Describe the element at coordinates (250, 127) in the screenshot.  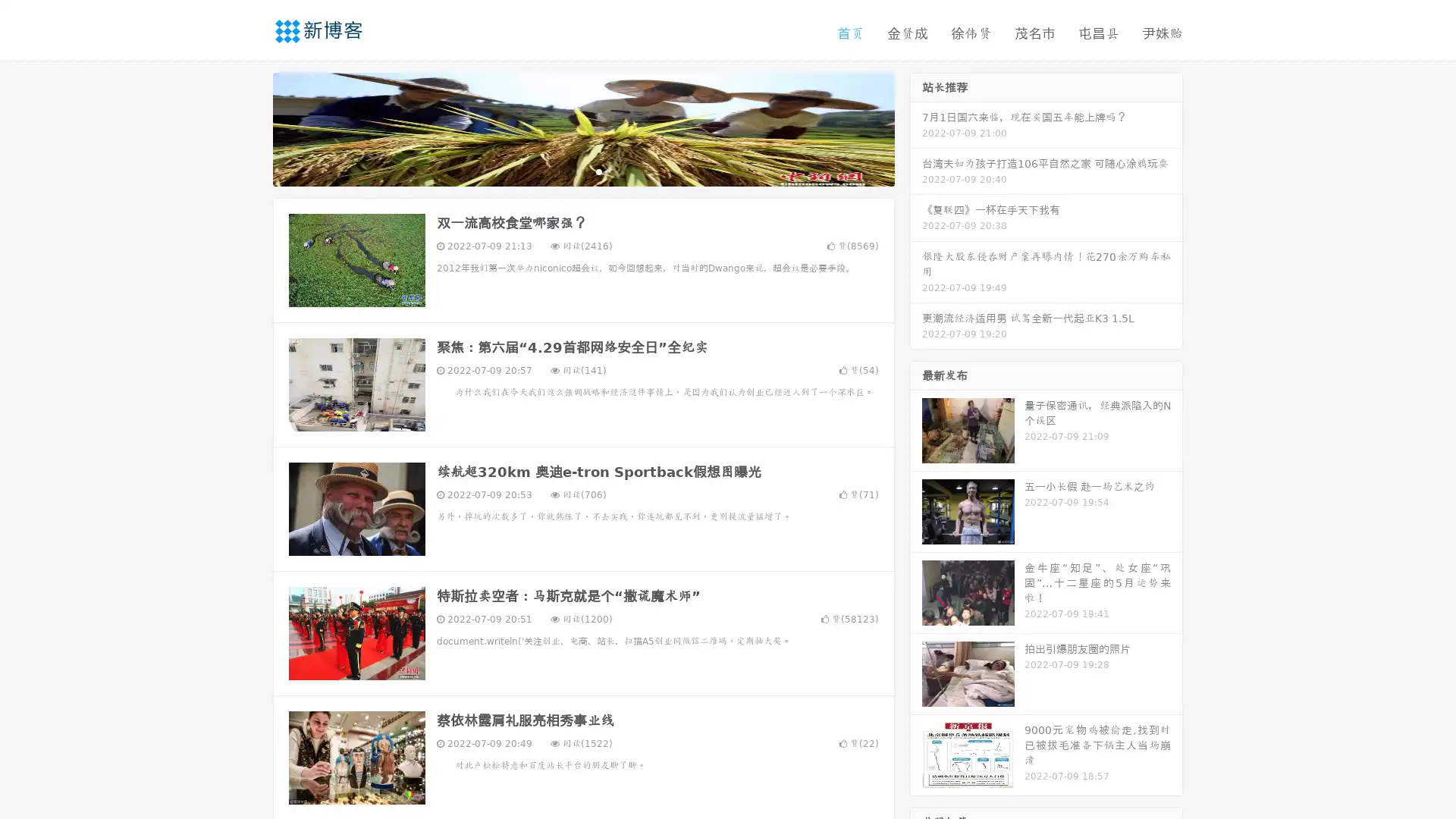
I see `Previous slide` at that location.